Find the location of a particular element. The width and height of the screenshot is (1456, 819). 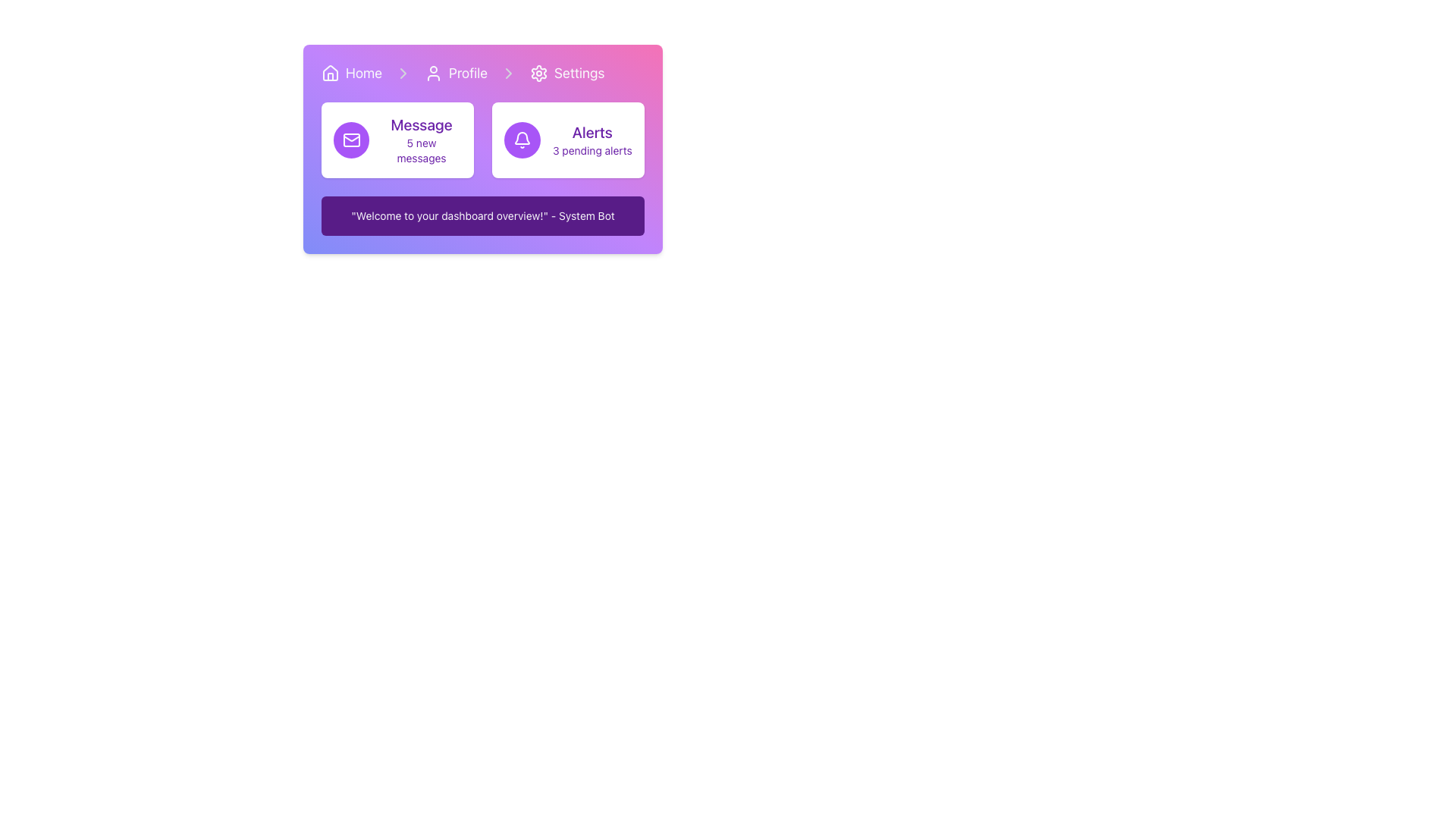

the Informational Banner located below the 'Message' and 'Alerts' cards on the main dashboard is located at coordinates (482, 216).